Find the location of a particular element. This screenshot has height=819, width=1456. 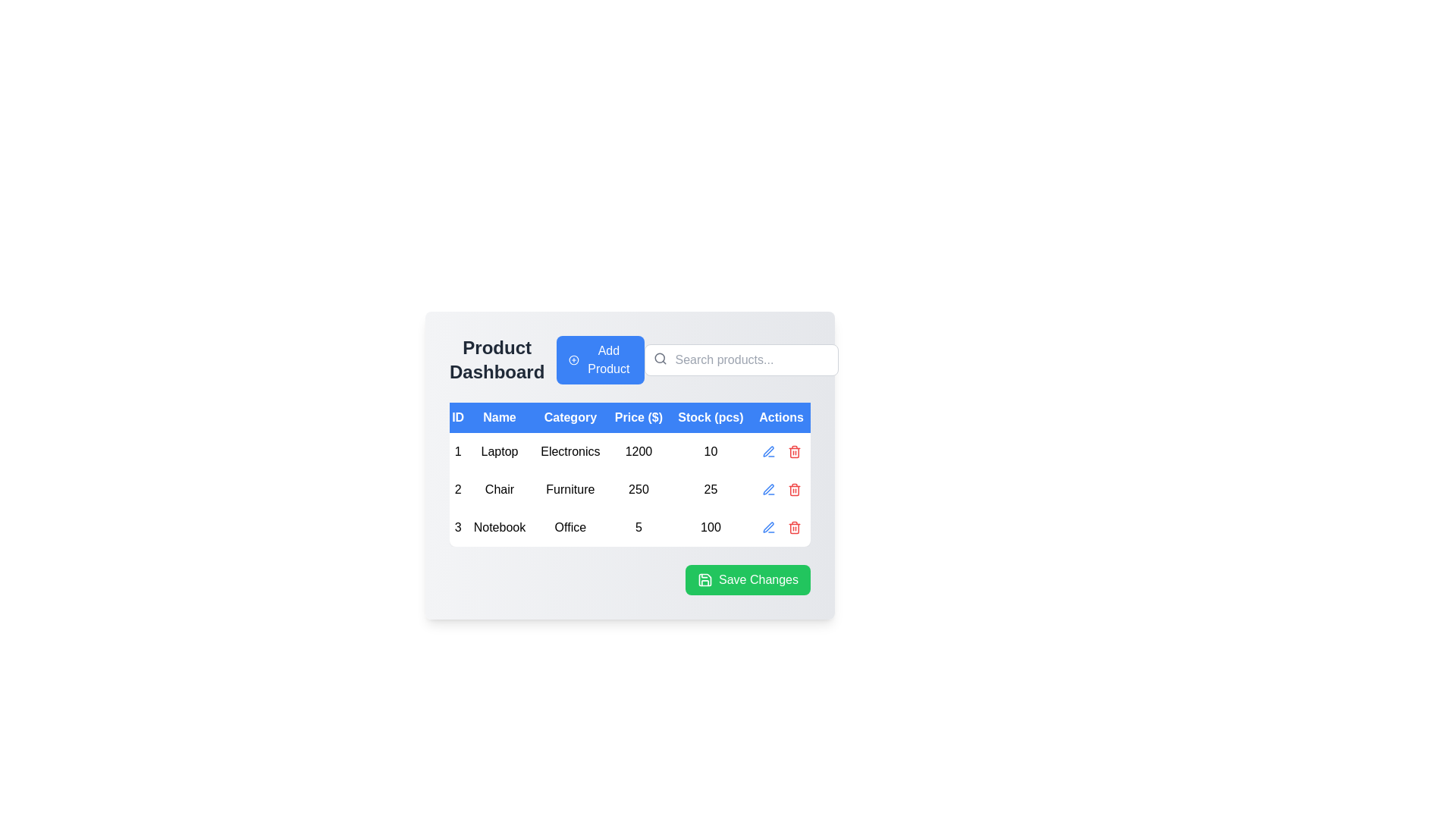

the 'Add Product' icon located at the upper-right corner of the 'Product Dashboard' interface, adjacent to the search bar, for interaction is located at coordinates (573, 359).